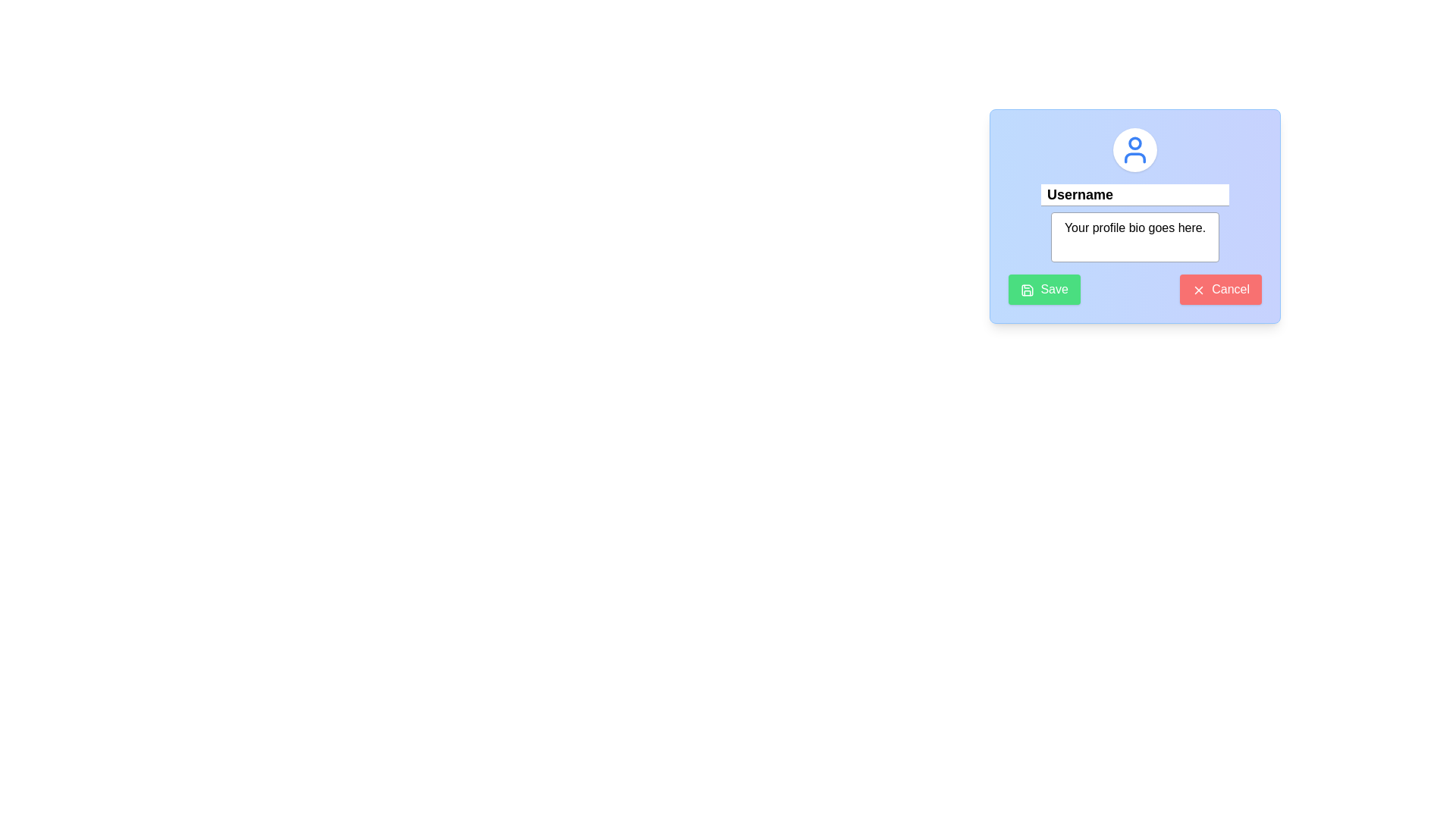  I want to click on the profile bio input text area located centrally in the modal card, positioned below the 'Username' text field and above the 'Save' and 'Cancel' buttons, so click(1135, 223).